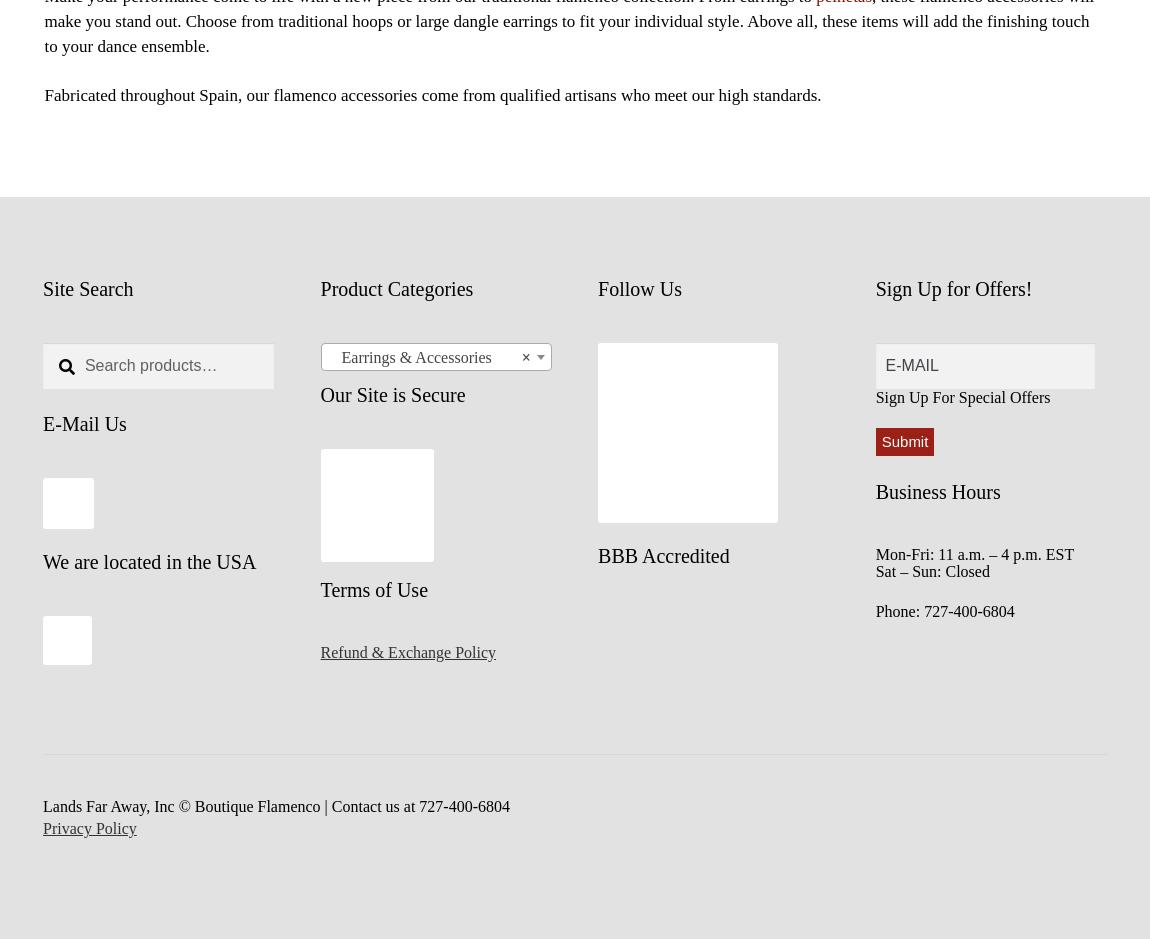 The height and width of the screenshot is (939, 1150). Describe the element at coordinates (875, 396) in the screenshot. I see `'Sign Up For Special Offers'` at that location.